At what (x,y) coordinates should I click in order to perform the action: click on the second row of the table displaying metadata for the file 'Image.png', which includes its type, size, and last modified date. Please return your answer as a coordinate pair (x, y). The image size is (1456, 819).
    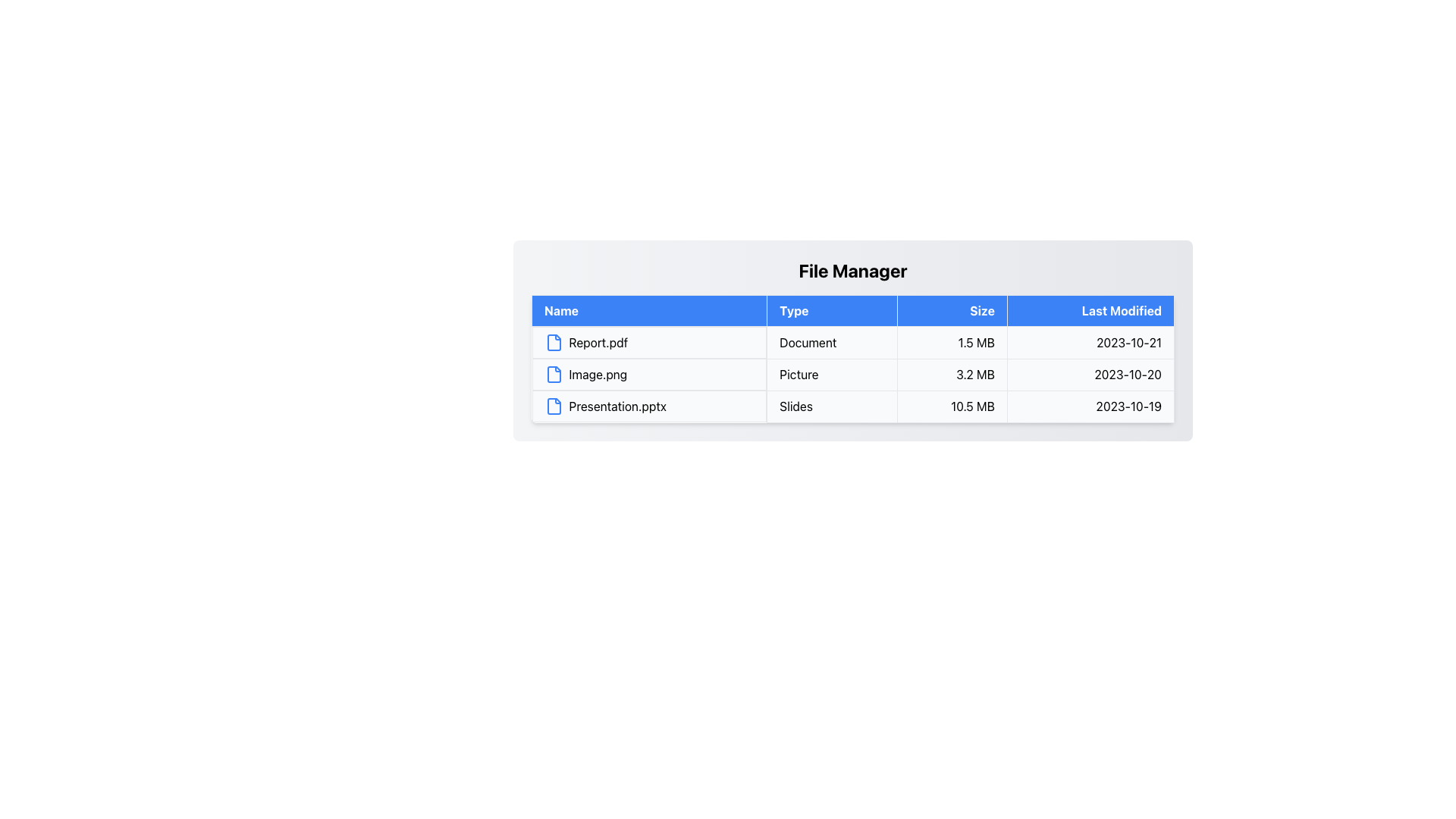
    Looking at the image, I should click on (852, 374).